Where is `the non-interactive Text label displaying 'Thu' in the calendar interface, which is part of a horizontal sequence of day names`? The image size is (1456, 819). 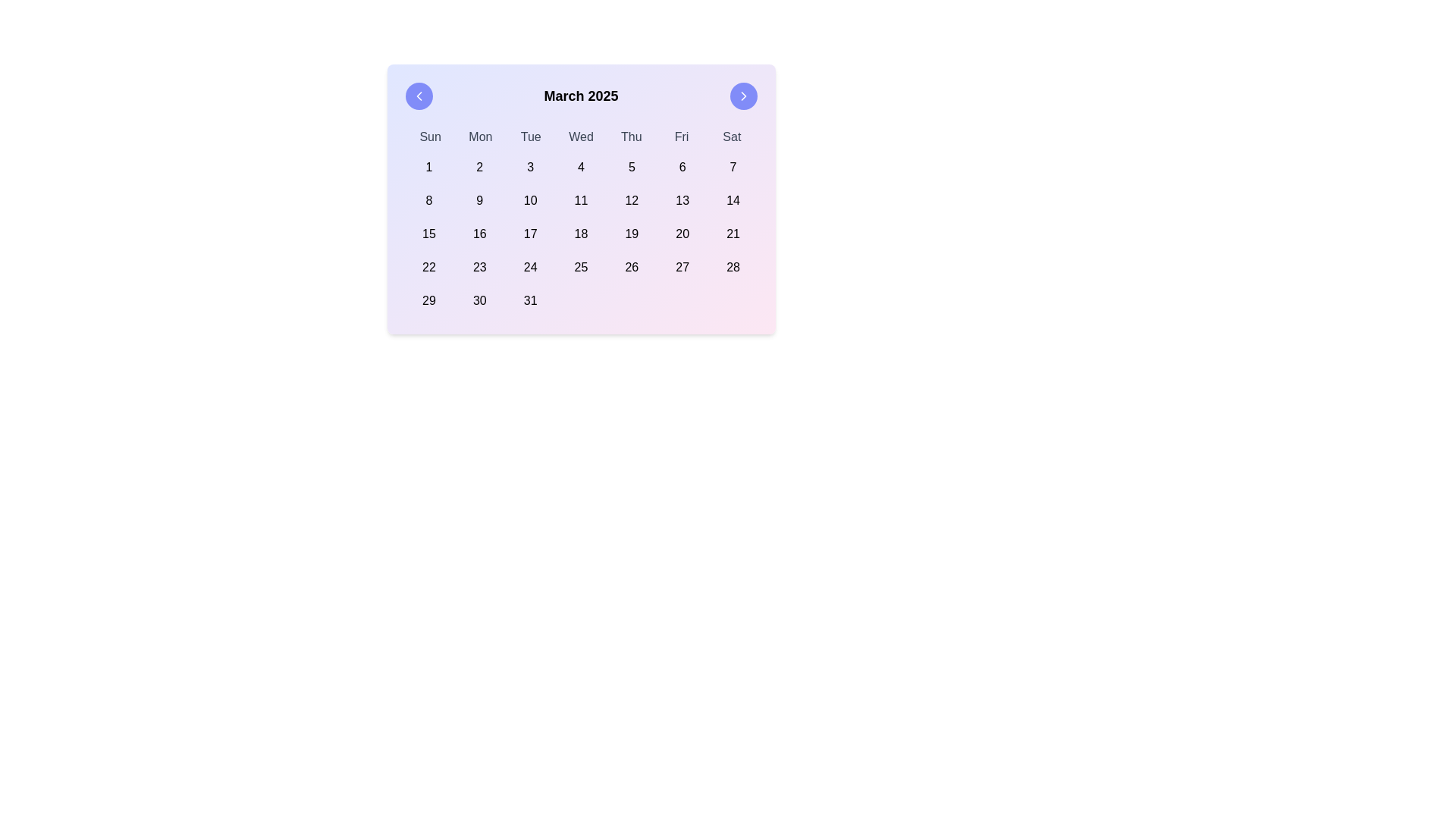 the non-interactive Text label displaying 'Thu' in the calendar interface, which is part of a horizontal sequence of day names is located at coordinates (631, 137).